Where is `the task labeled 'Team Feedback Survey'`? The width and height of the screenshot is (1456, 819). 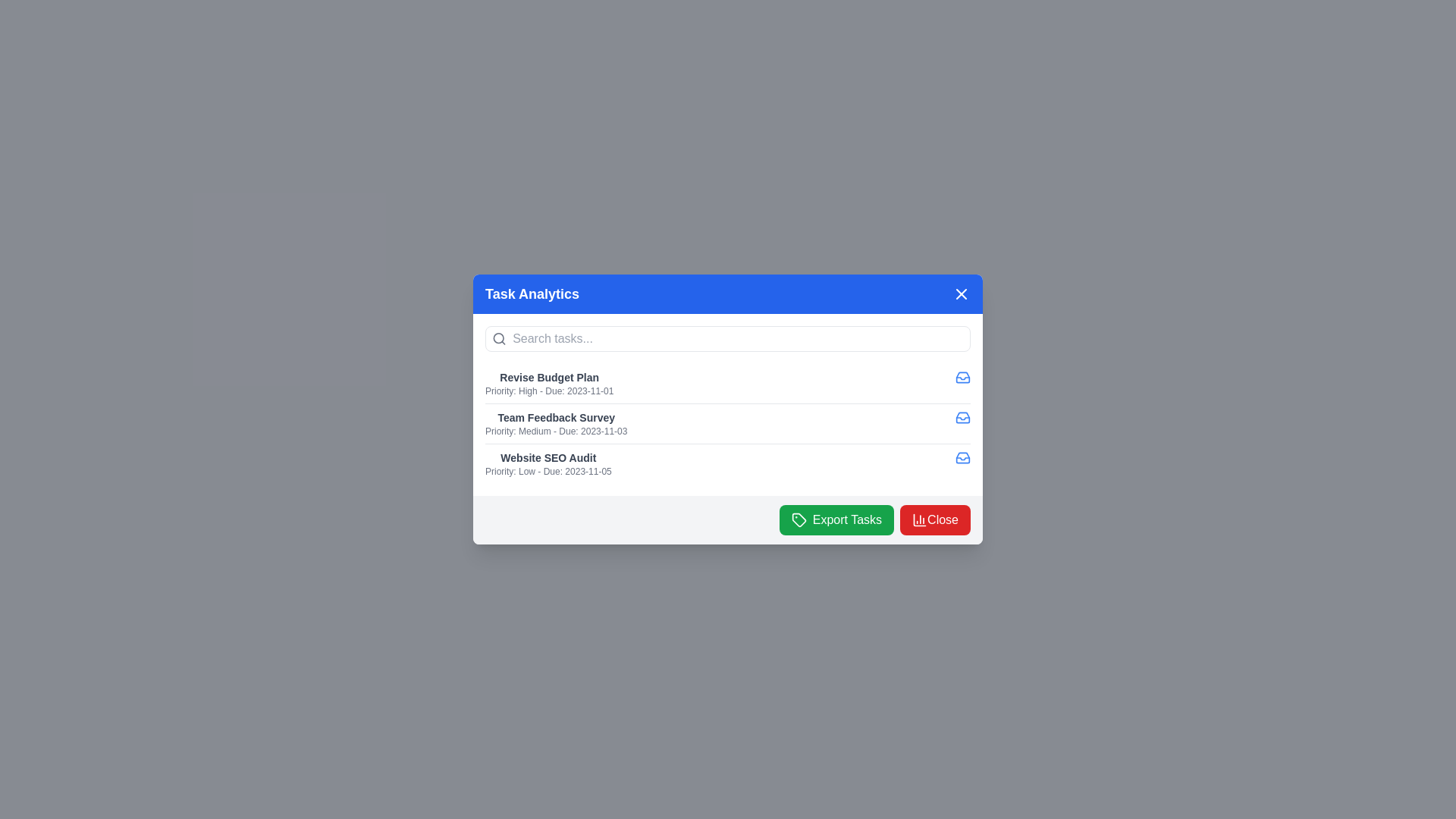
the task labeled 'Team Feedback Survey' is located at coordinates (728, 423).